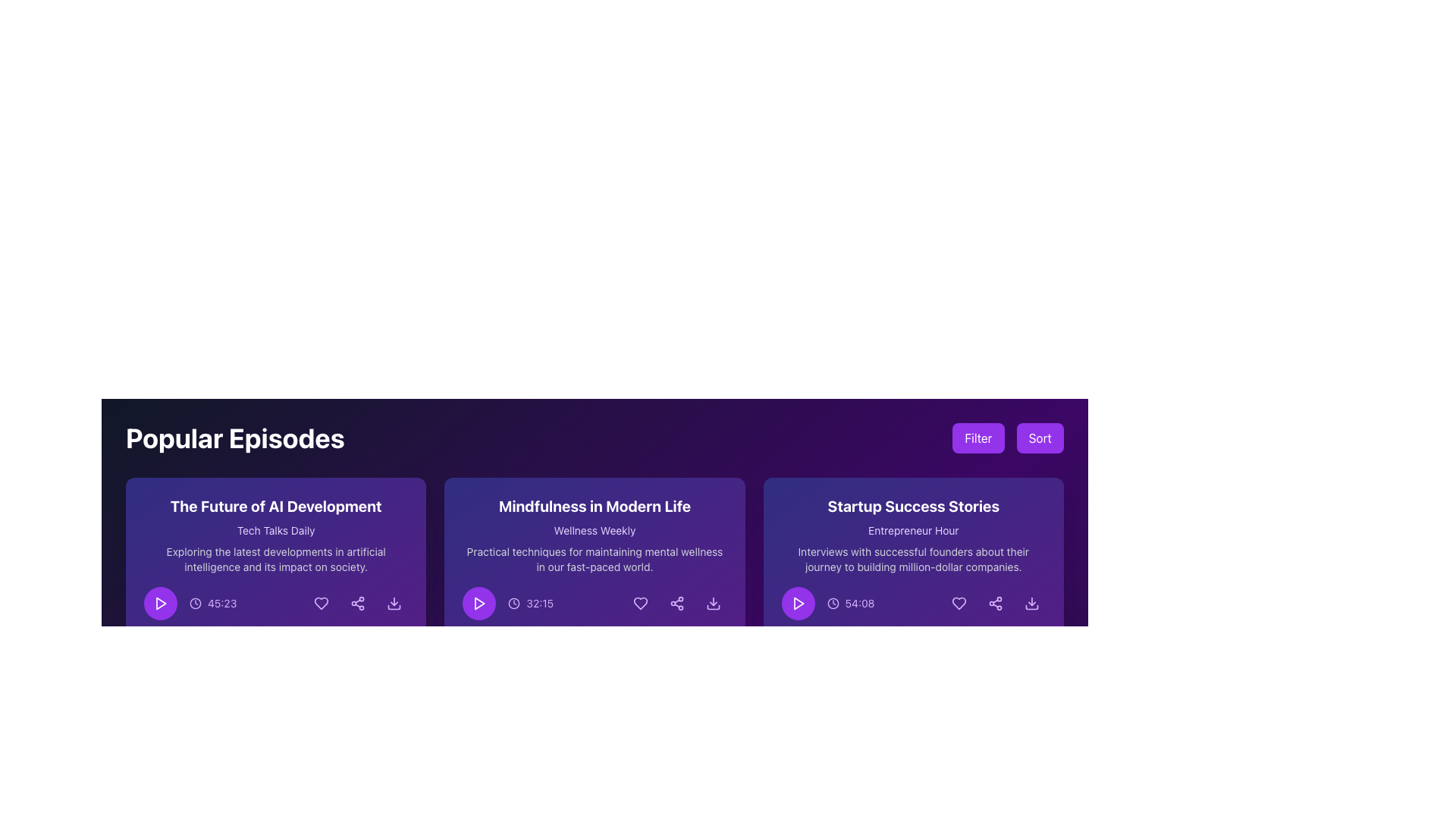  Describe the element at coordinates (195, 602) in the screenshot. I see `the SVG circle graphic which is part of the icon set in the card labeled 'The Future of AI Development', located adjacent to the duration text '45:23'` at that location.